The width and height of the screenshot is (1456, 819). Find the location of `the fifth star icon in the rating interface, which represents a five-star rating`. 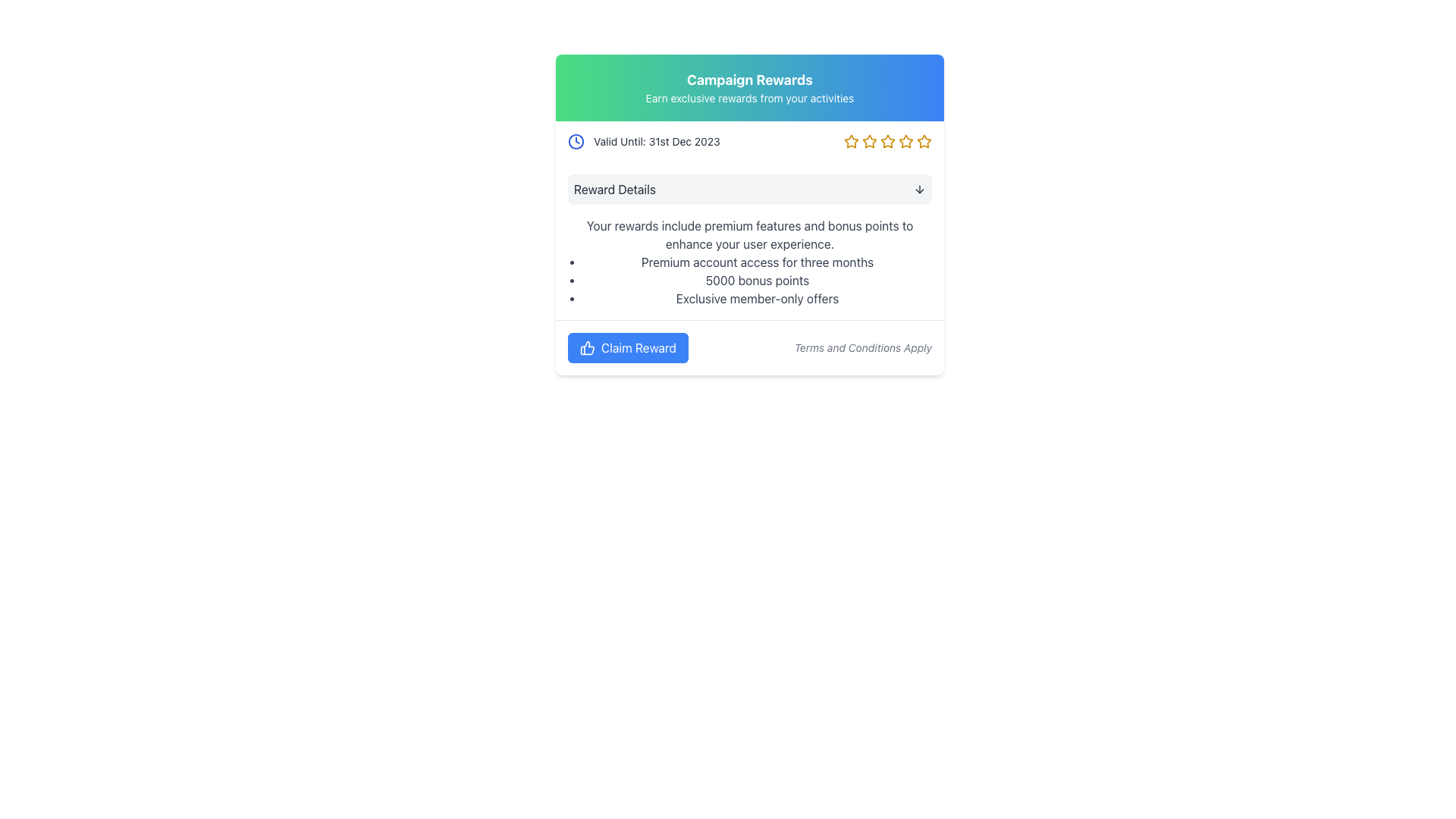

the fifth star icon in the rating interface, which represents a five-star rating is located at coordinates (924, 141).